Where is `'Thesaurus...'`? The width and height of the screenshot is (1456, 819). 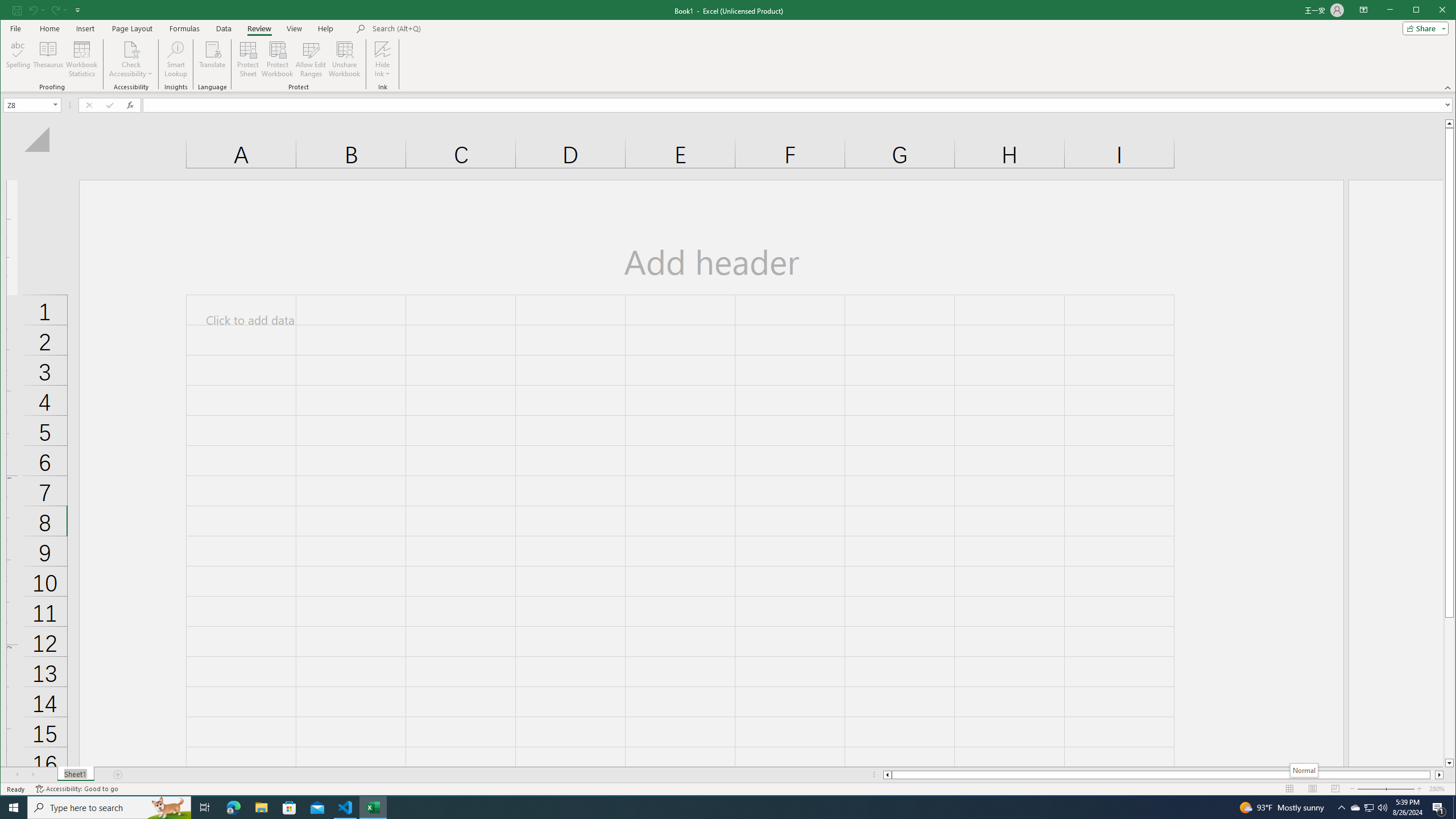 'Thesaurus...' is located at coordinates (48, 59).